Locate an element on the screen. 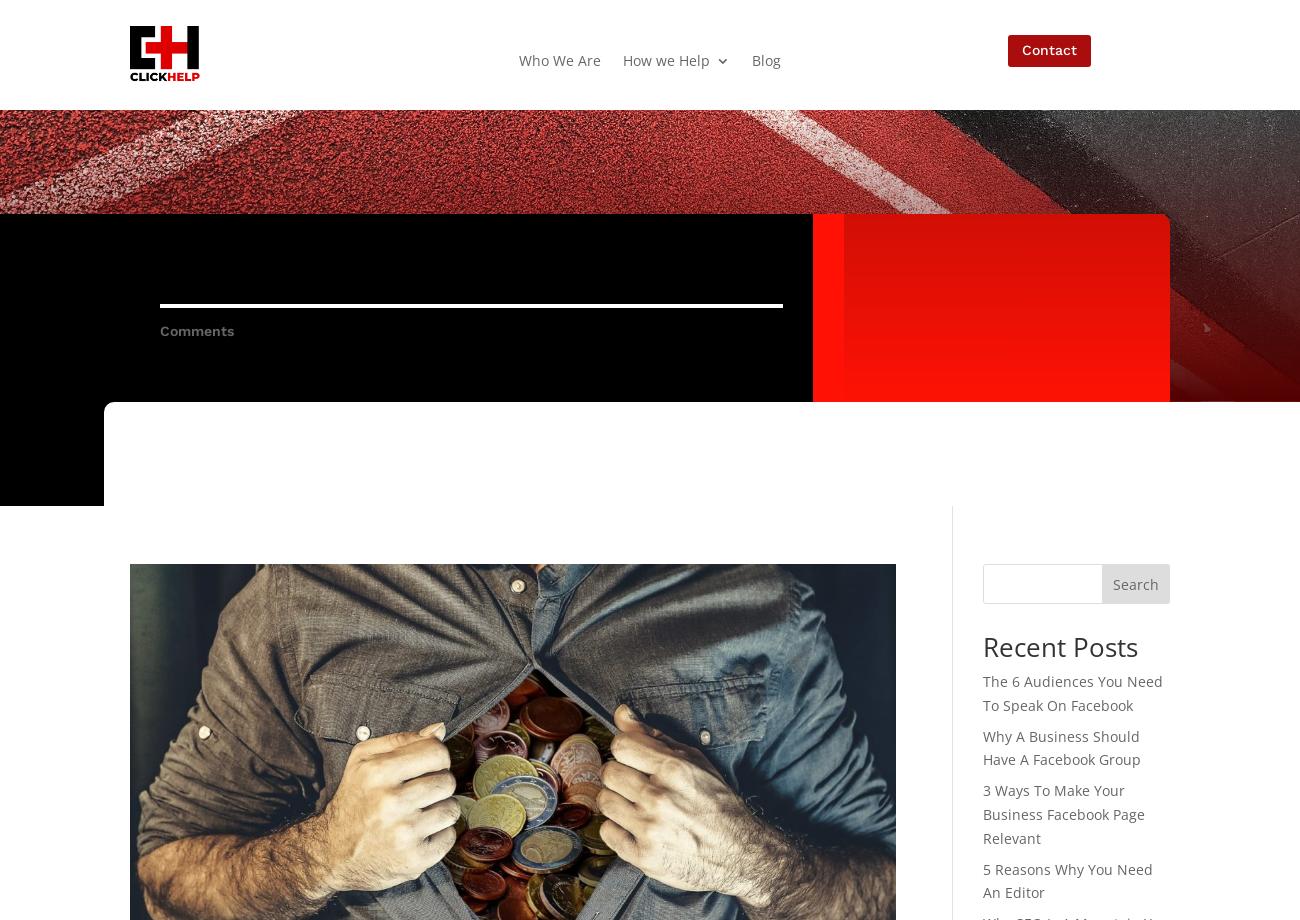 This screenshot has width=1300, height=920. 'SEO – Kingston Search Engine Optimization' is located at coordinates (726, 130).